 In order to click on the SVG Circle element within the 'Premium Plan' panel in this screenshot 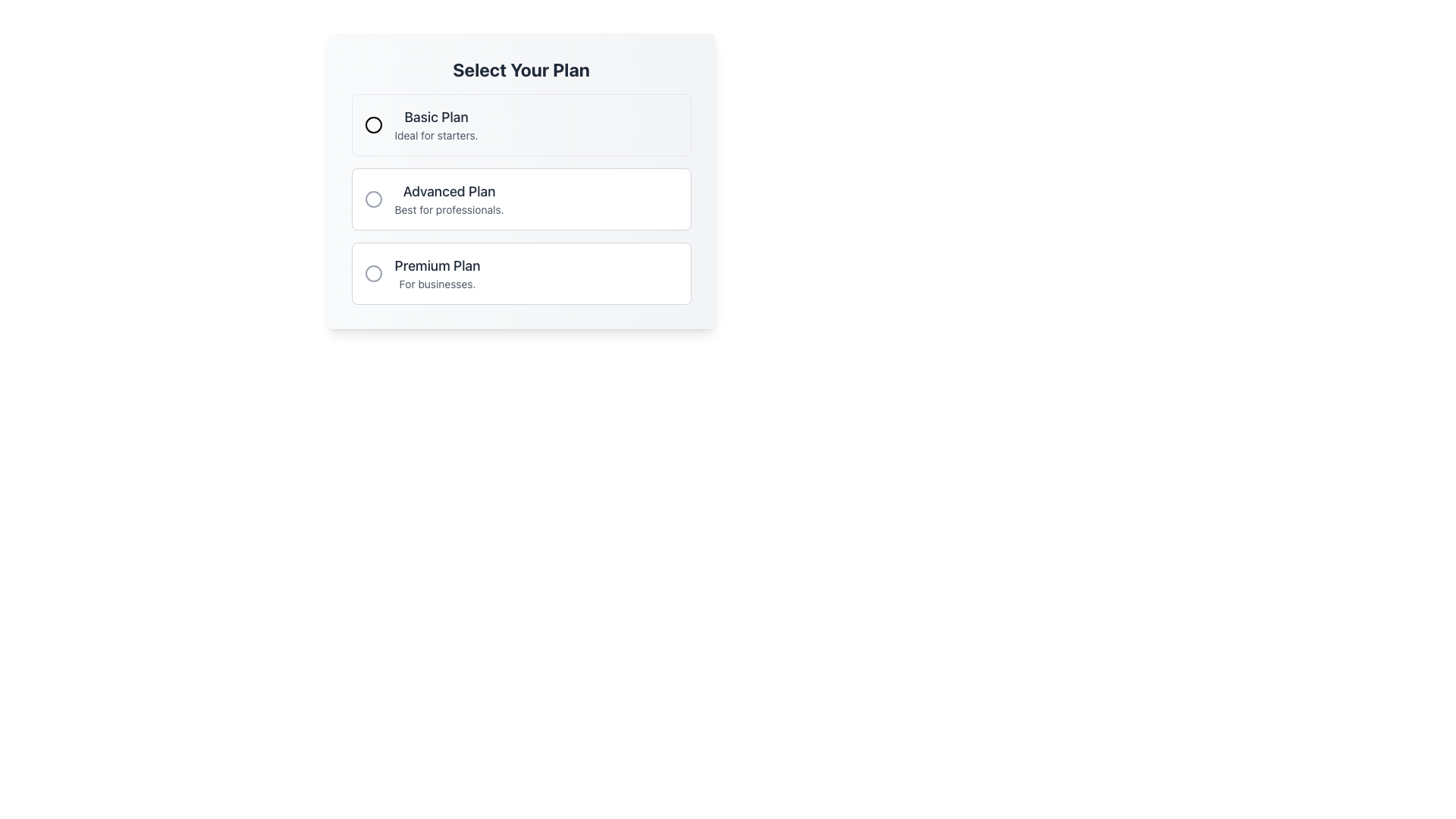, I will do `click(373, 274)`.